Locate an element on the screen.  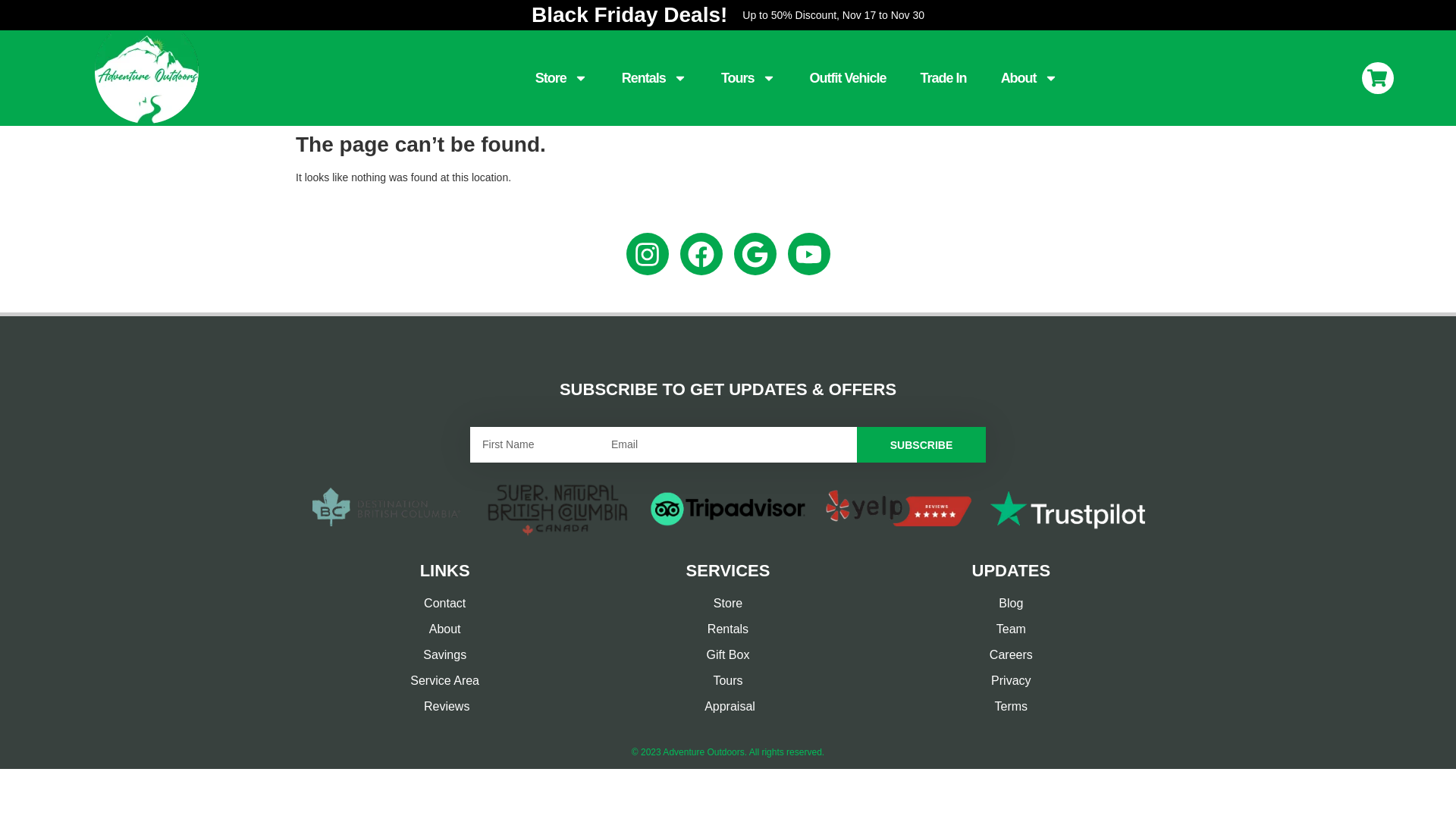
'Gift Box' is located at coordinates (726, 654).